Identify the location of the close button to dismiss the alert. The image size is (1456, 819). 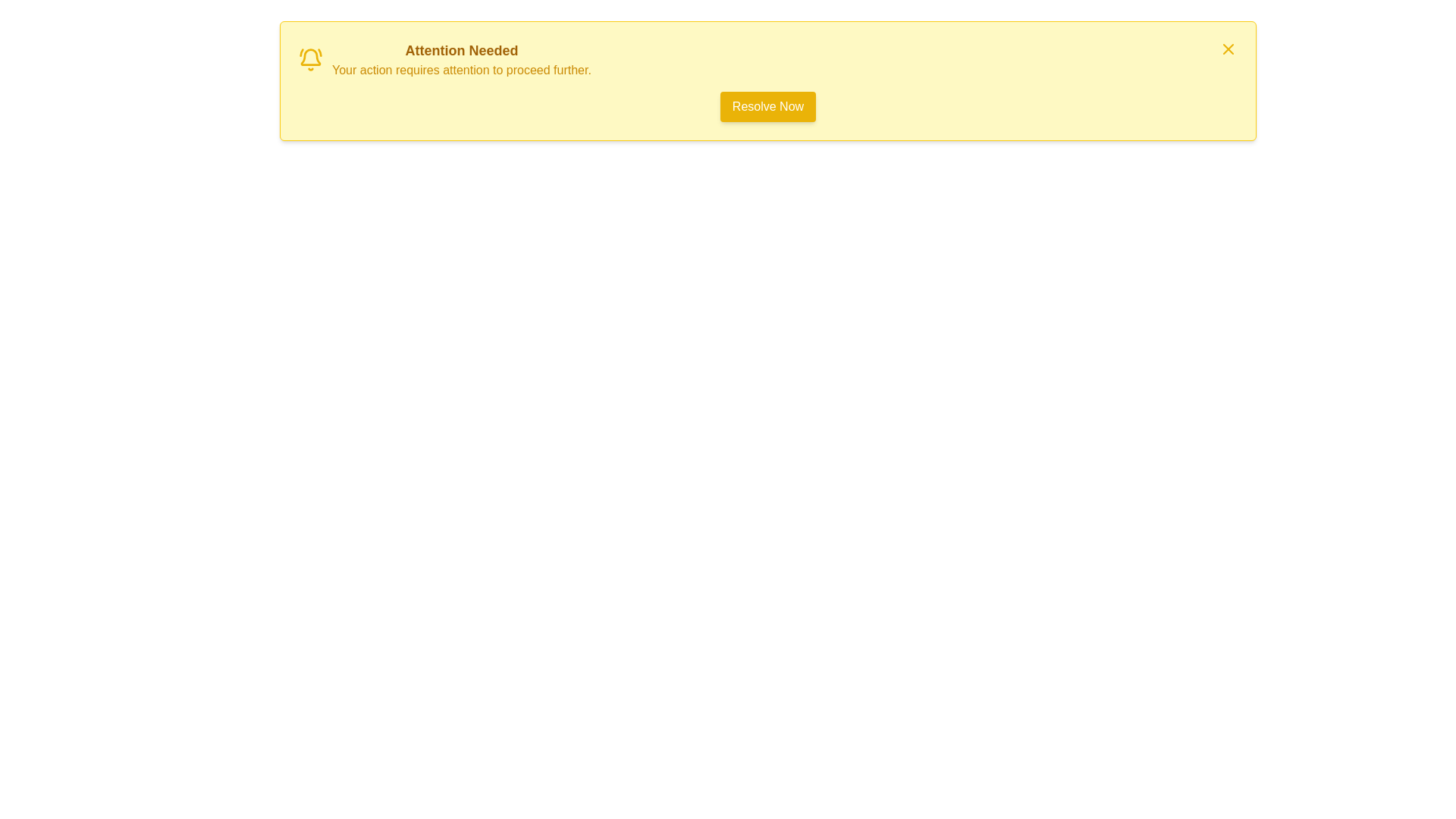
(1228, 49).